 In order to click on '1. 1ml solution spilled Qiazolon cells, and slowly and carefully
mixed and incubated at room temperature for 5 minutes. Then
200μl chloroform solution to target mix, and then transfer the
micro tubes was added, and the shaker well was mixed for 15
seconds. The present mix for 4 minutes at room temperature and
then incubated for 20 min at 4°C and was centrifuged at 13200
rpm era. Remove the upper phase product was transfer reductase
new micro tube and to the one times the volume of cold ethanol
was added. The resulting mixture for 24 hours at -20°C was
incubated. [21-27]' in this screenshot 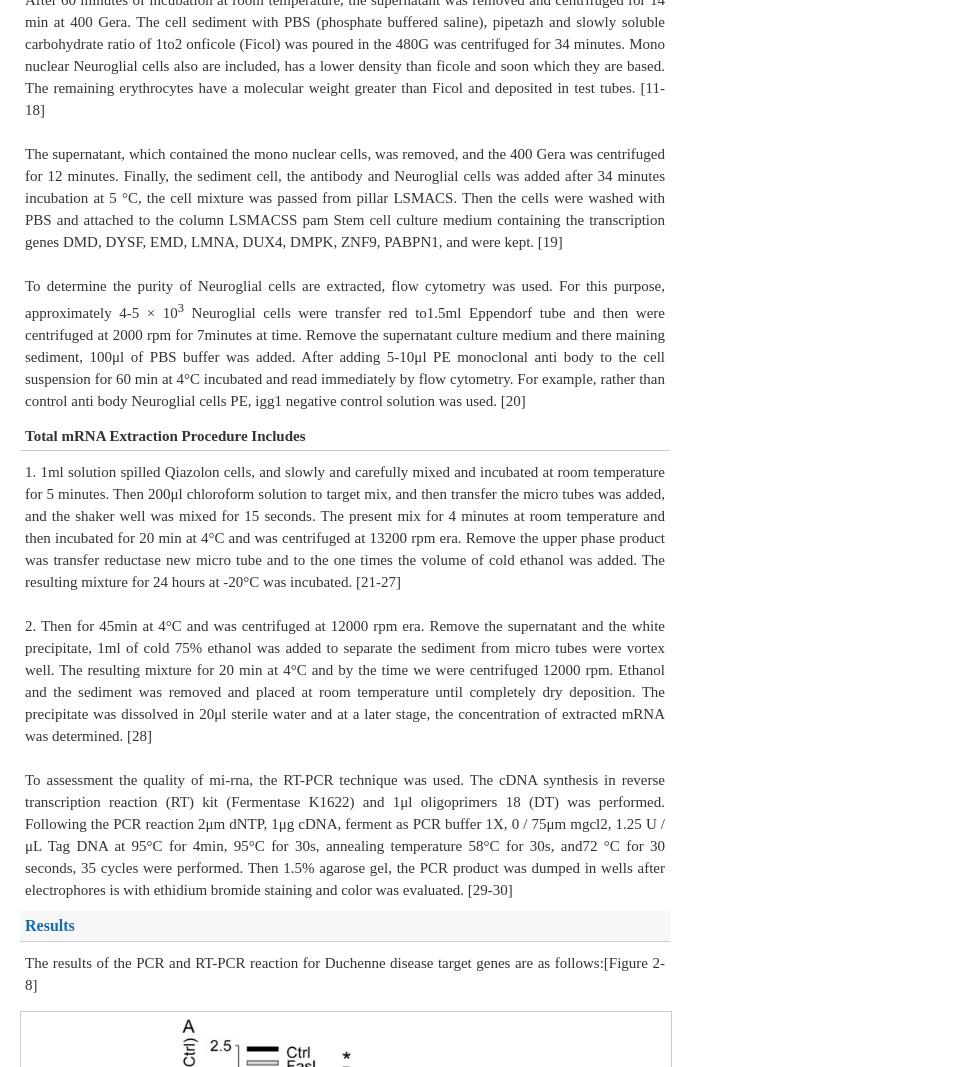, I will do `click(345, 525)`.